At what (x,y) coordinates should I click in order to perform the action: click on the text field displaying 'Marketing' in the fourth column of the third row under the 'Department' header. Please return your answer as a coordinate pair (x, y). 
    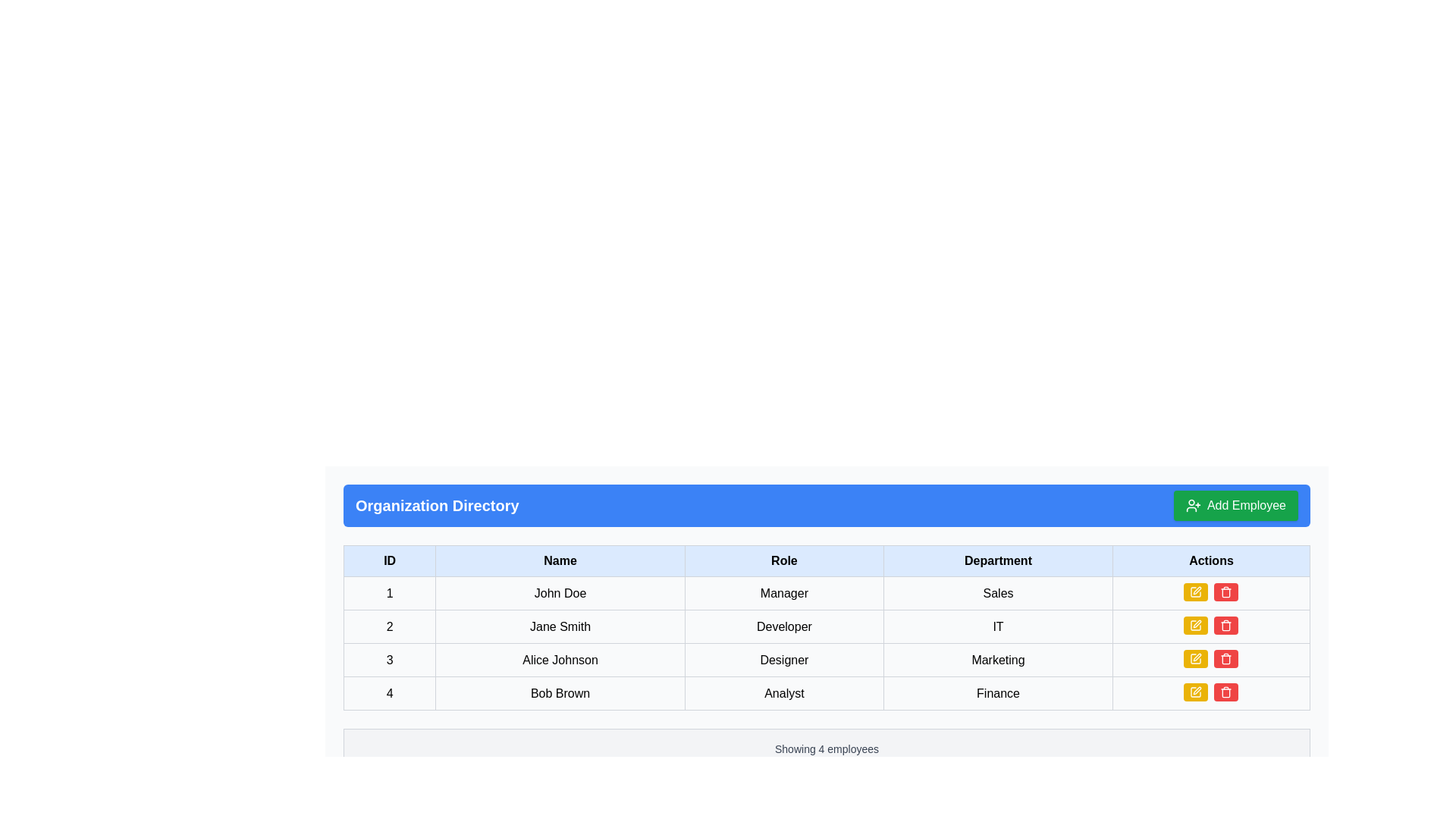
    Looking at the image, I should click on (998, 659).